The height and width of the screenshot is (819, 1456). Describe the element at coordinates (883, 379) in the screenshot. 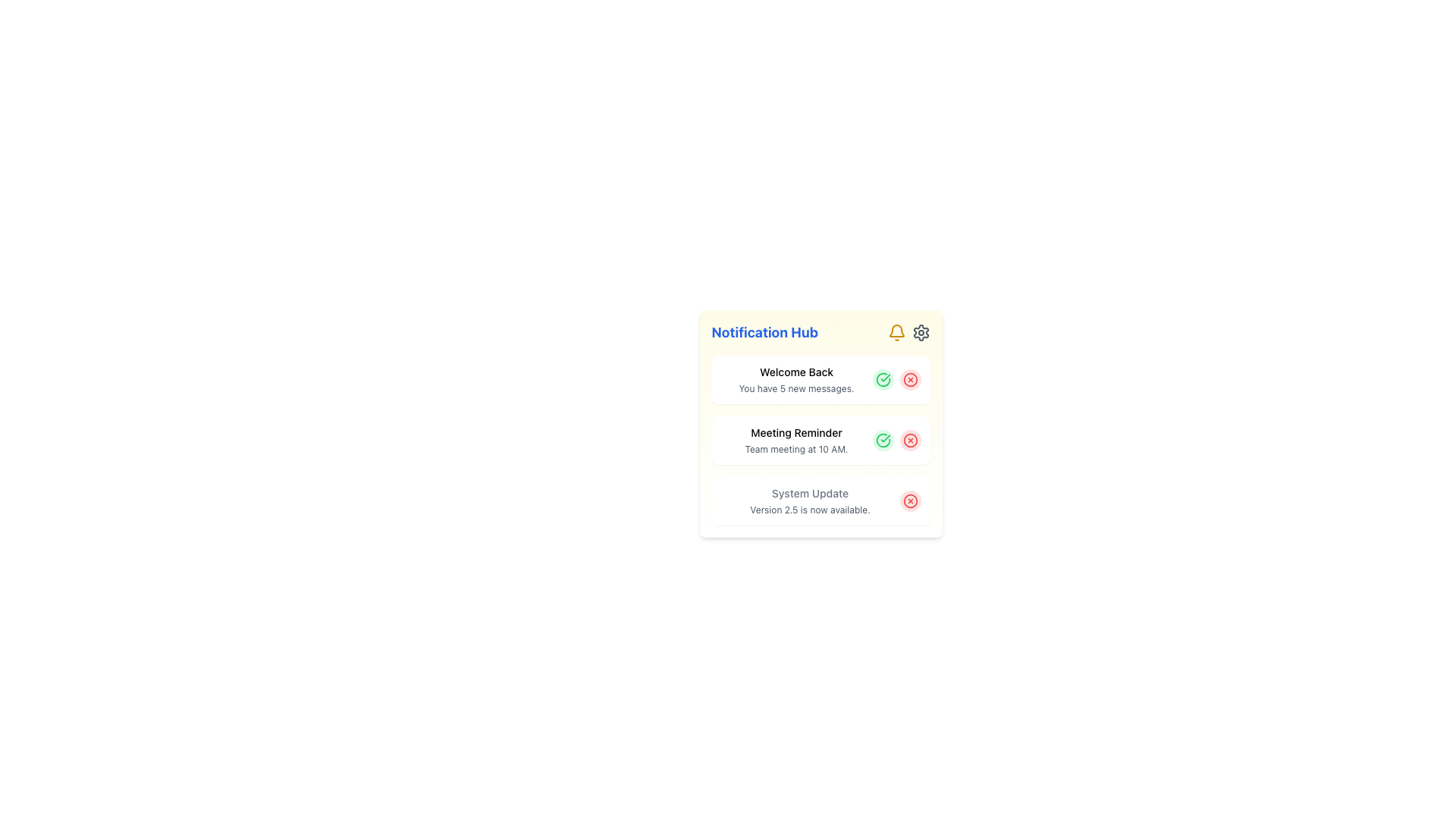

I see `the confirmation icon located to the right of the second item in the 'Meeting Reminder' list` at that location.